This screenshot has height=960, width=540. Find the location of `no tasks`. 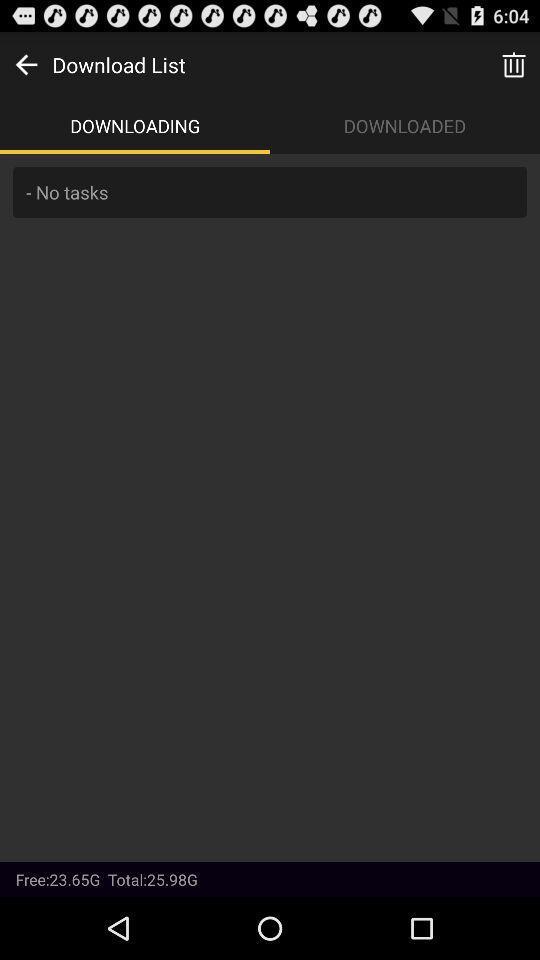

no tasks is located at coordinates (270, 506).